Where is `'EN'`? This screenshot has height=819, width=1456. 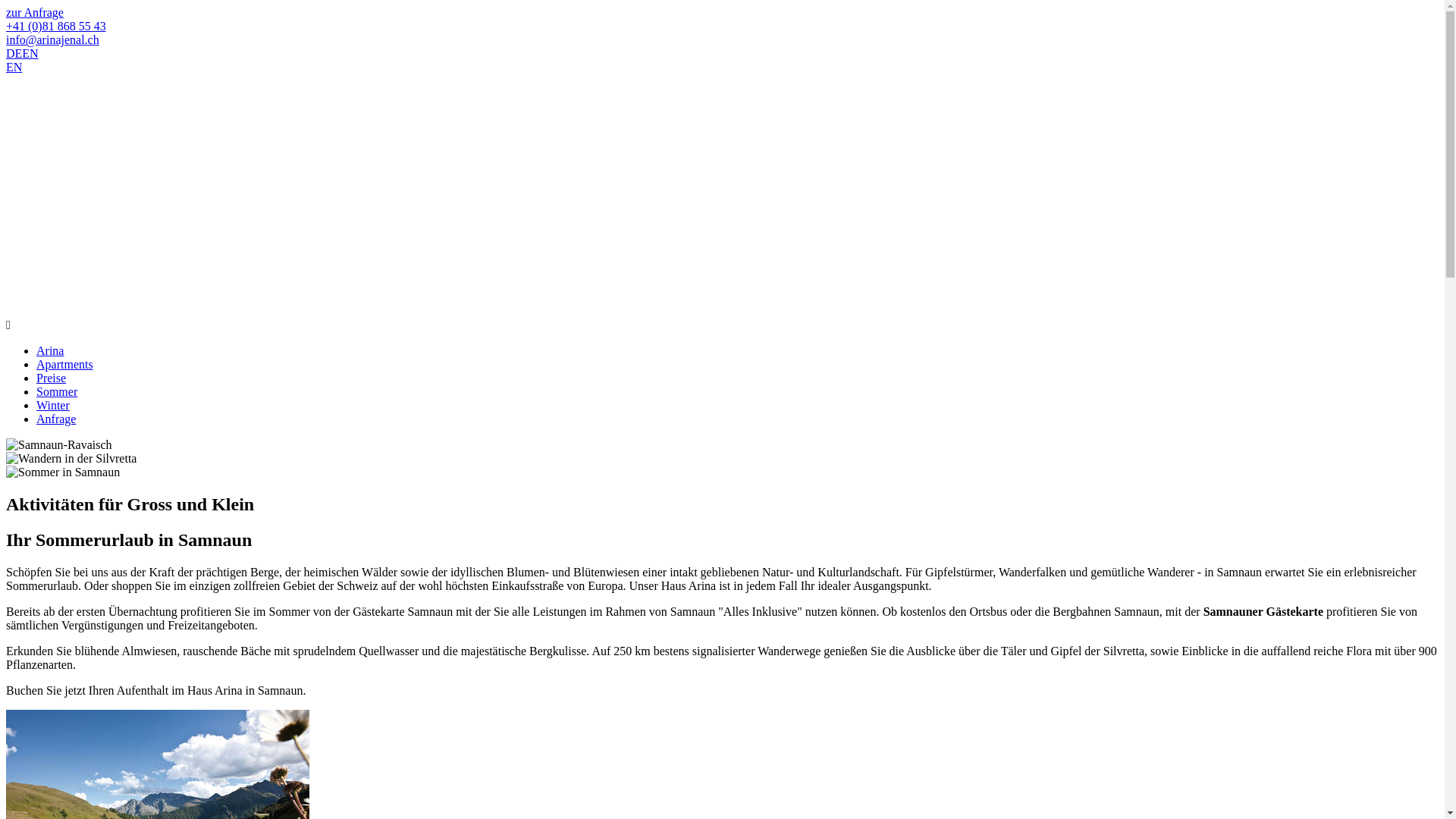 'EN' is located at coordinates (30, 52).